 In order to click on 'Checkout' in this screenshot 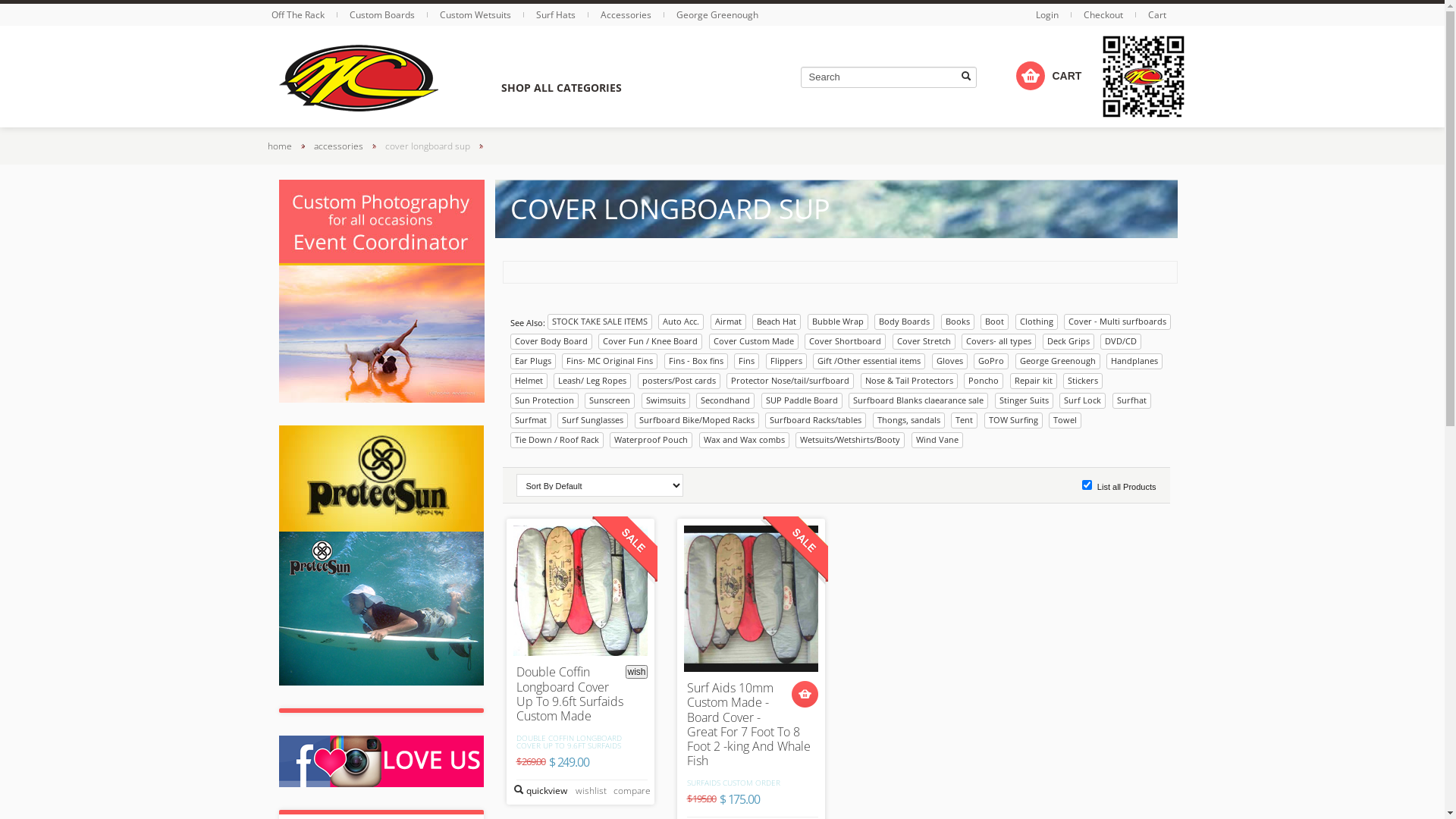, I will do `click(1103, 14)`.